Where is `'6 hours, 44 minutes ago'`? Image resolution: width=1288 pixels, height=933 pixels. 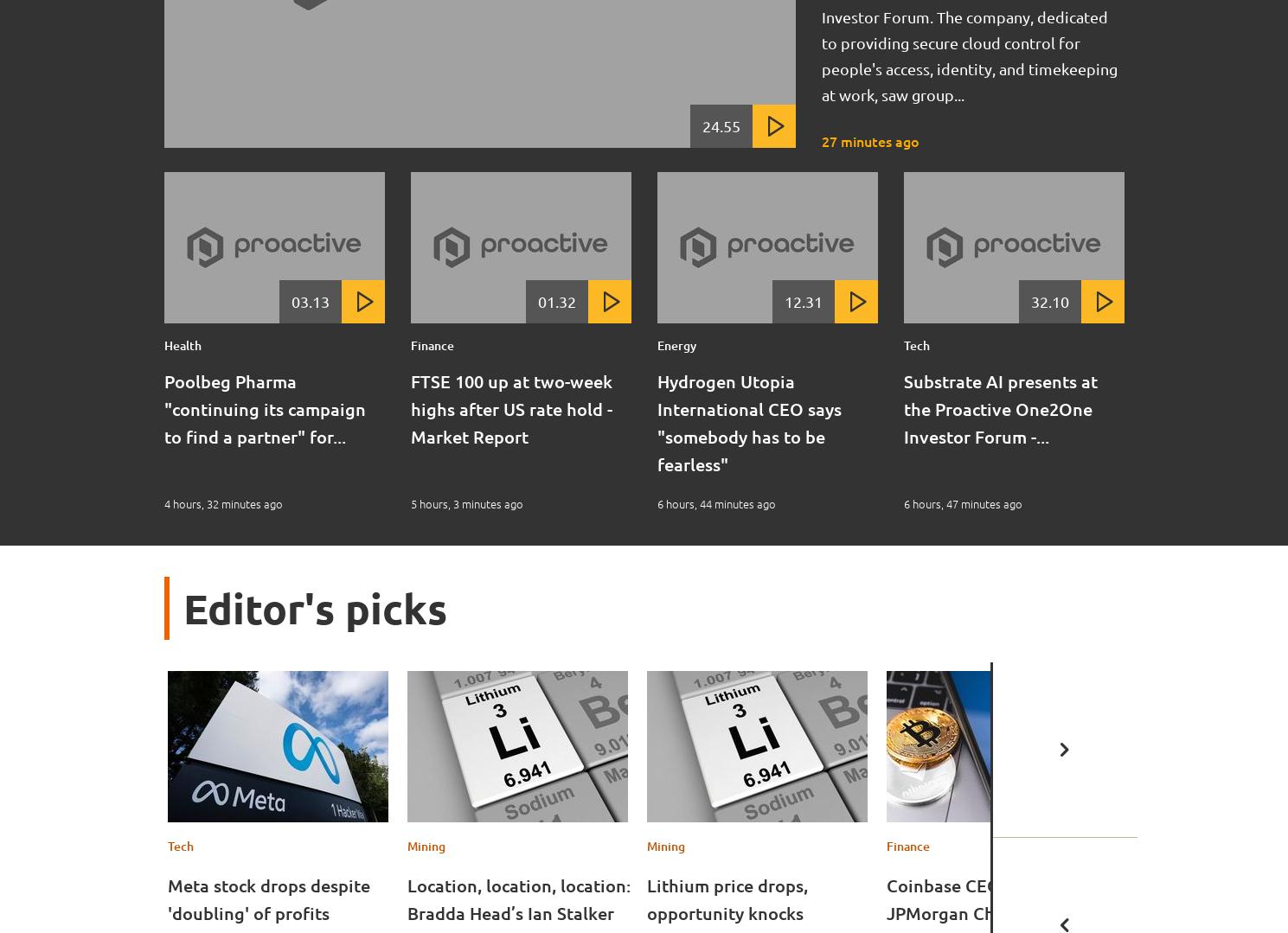
'6 hours, 44 minutes ago' is located at coordinates (715, 503).